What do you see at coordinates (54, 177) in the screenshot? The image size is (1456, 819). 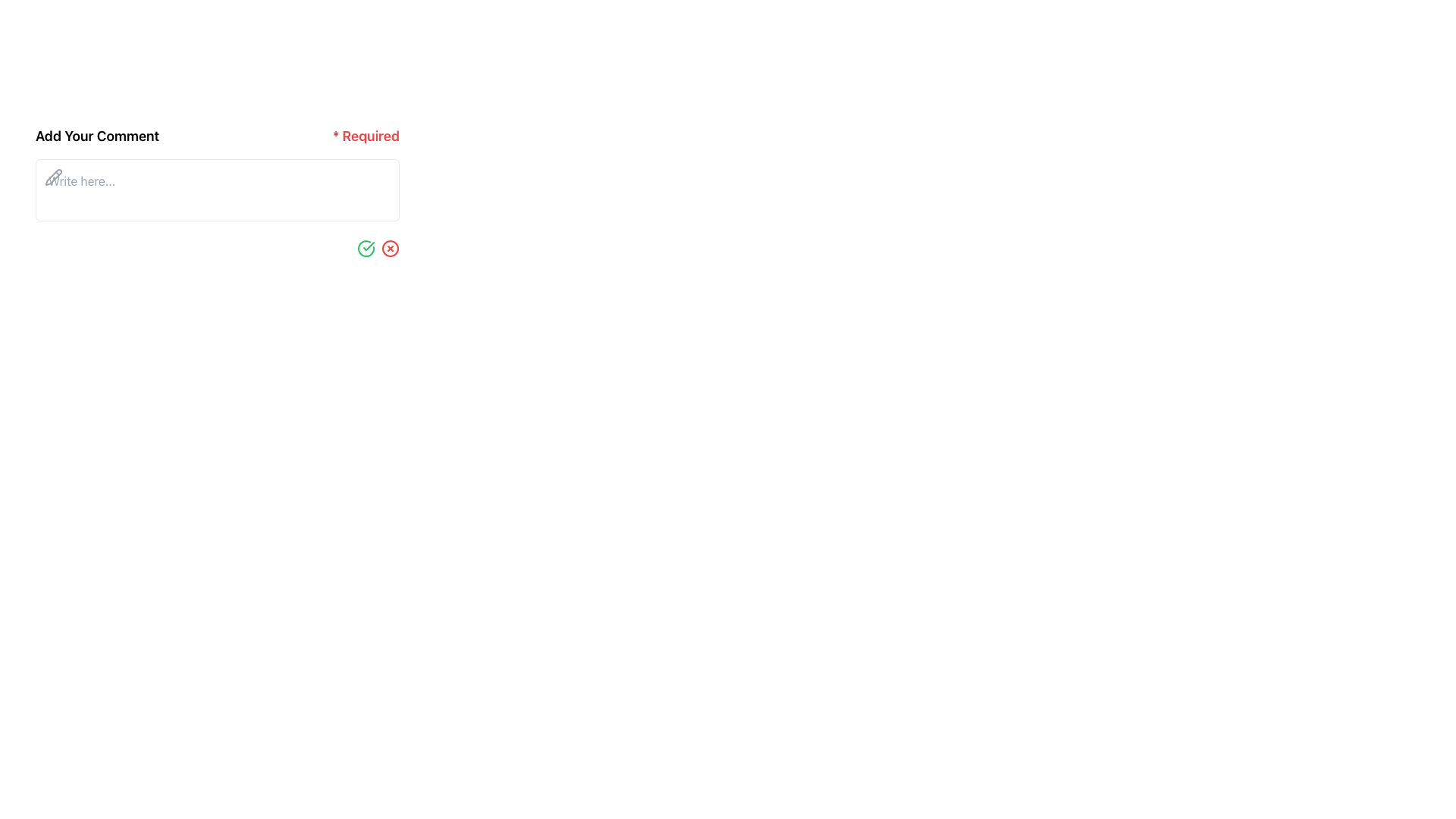 I see `the pencil icon located in the top-left corner of the 'Write here...' textarea, which is part of the 'Add Your Comment' form, indicating an edit action` at bounding box center [54, 177].